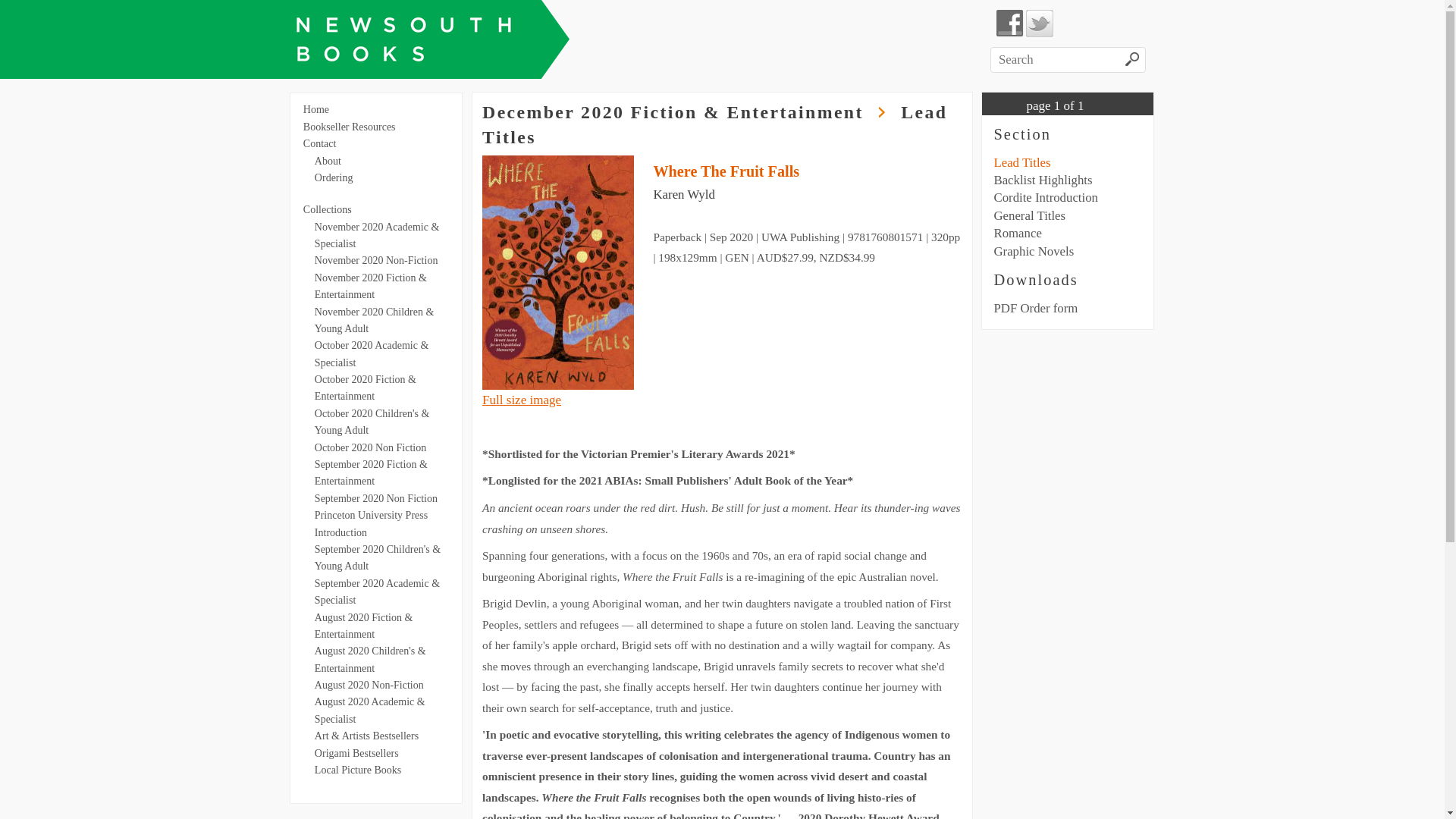 The image size is (1456, 819). I want to click on 'Where The Fruit Falls', so click(725, 171).